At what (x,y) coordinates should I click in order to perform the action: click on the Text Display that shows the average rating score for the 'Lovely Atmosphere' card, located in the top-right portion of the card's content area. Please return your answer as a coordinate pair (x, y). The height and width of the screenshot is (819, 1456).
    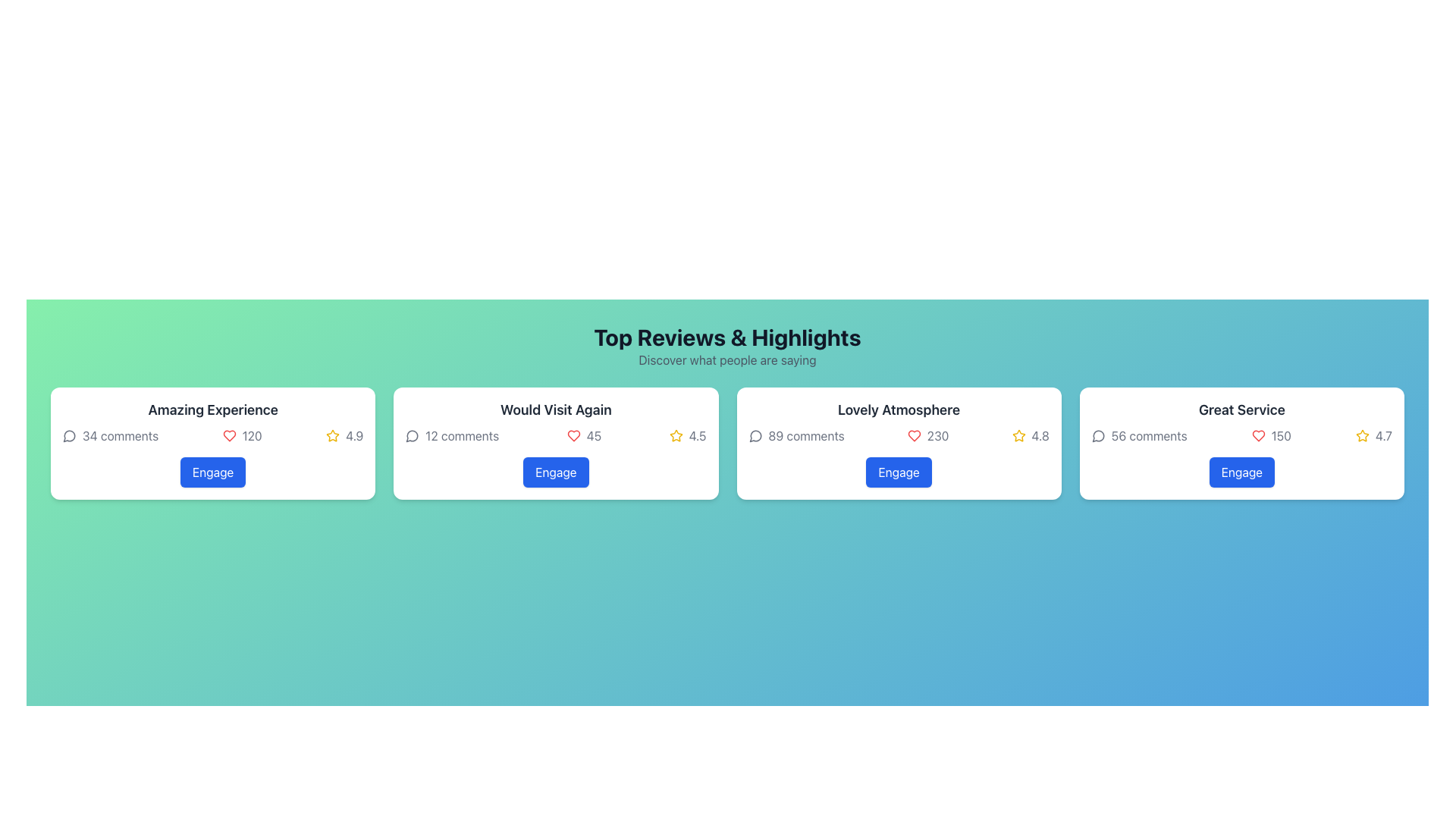
    Looking at the image, I should click on (1040, 435).